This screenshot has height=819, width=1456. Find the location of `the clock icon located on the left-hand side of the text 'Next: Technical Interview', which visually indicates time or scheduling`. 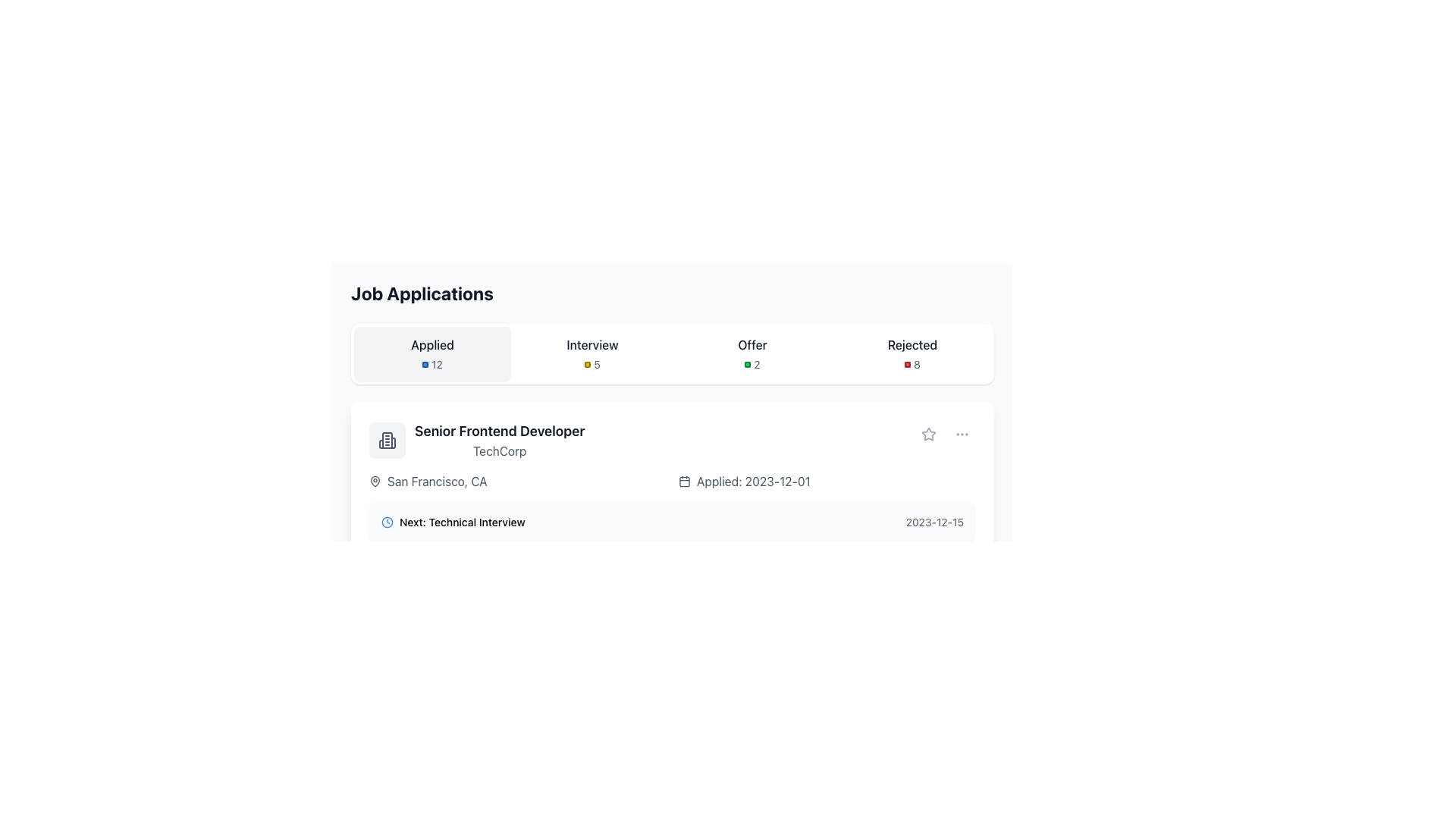

the clock icon located on the left-hand side of the text 'Next: Technical Interview', which visually indicates time or scheduling is located at coordinates (387, 522).